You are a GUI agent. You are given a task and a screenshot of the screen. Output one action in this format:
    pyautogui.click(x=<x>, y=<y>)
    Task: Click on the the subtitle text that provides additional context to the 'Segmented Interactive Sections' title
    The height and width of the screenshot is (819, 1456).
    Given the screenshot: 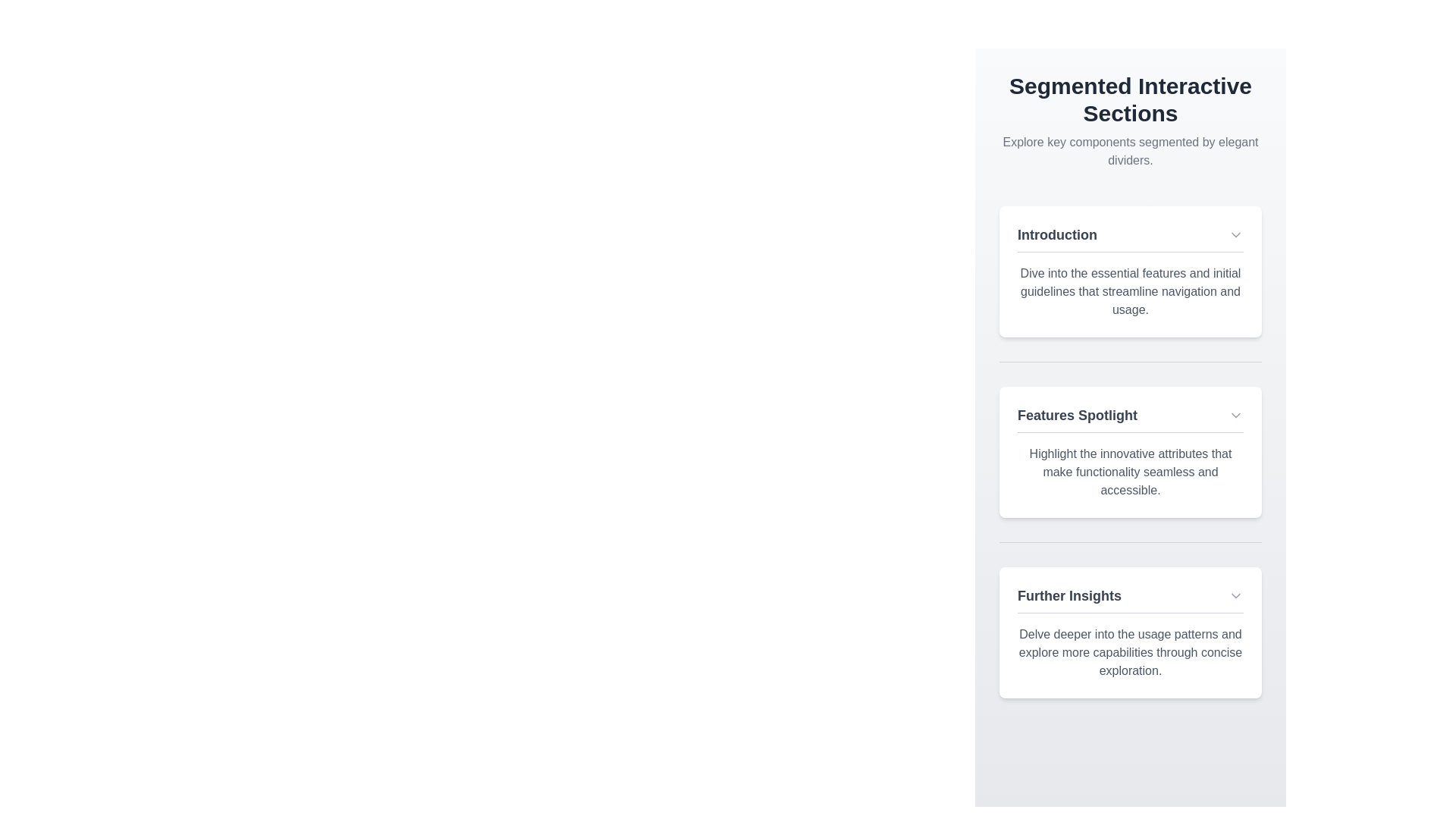 What is the action you would take?
    pyautogui.click(x=1131, y=152)
    